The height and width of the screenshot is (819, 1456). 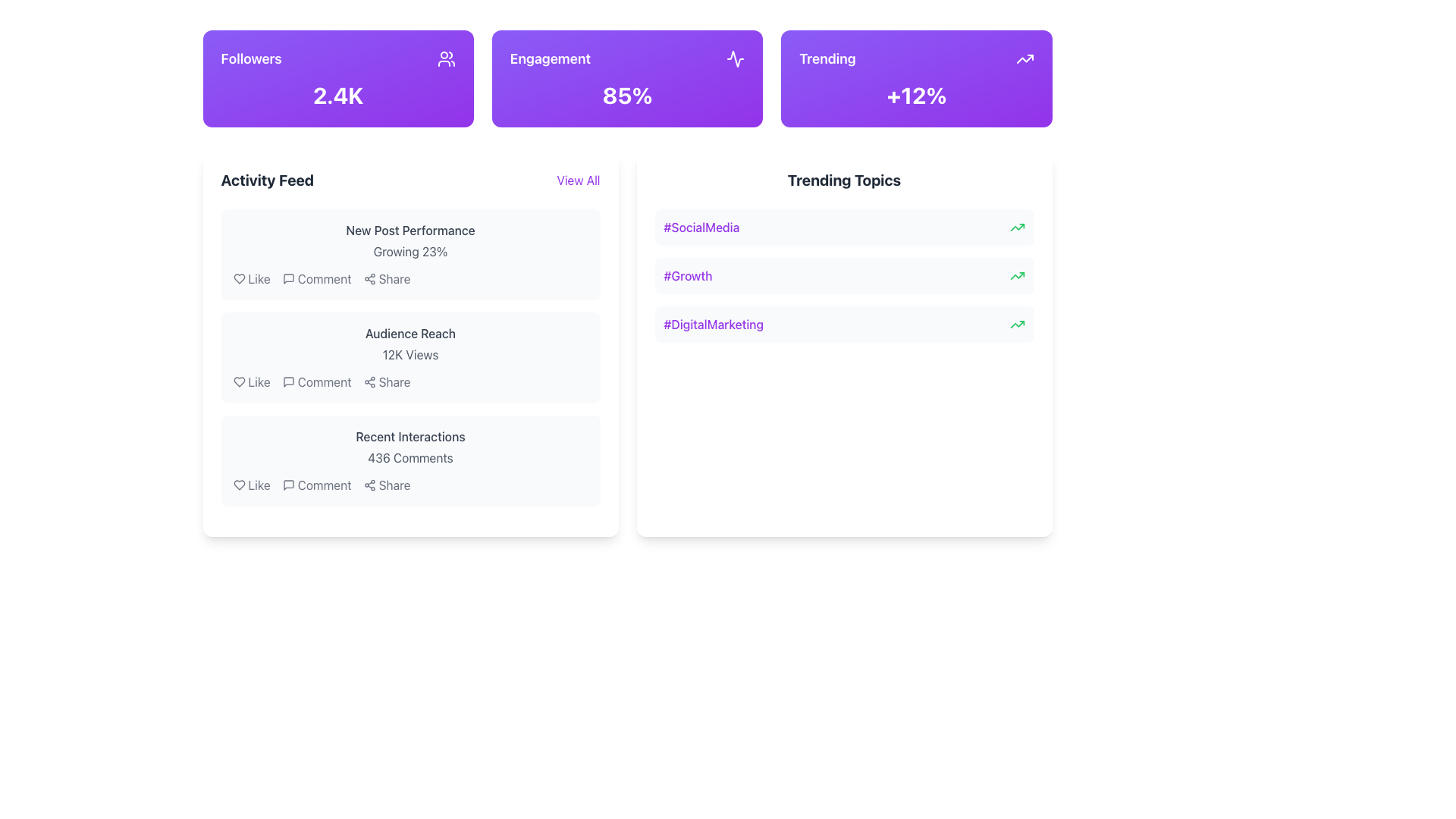 What do you see at coordinates (324, 381) in the screenshot?
I see `the 'Comment' label in the 'Activity Feed' section, positioned next to the chat bubble icon and left of the 'Share' button` at bounding box center [324, 381].